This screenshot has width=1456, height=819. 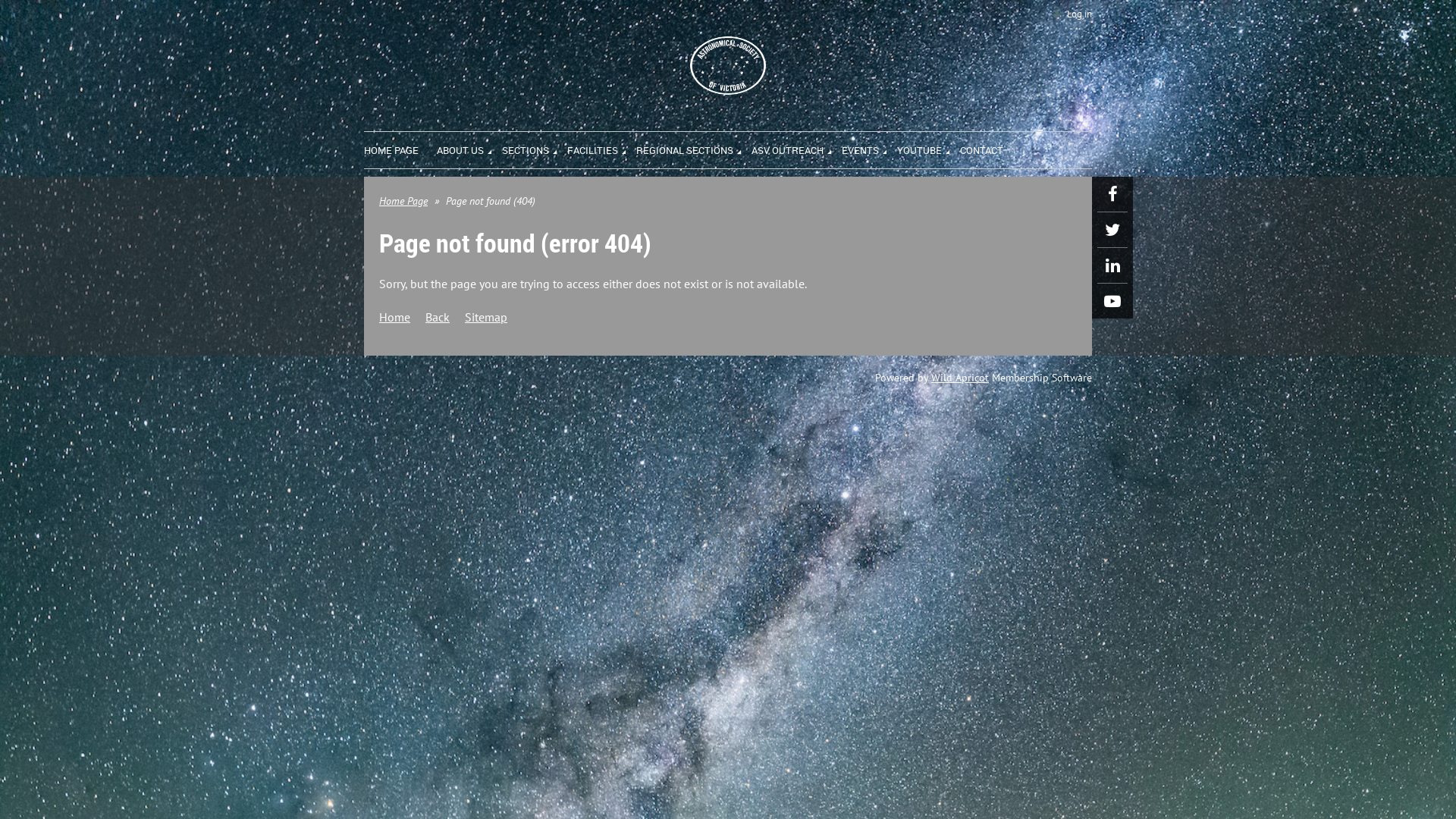 What do you see at coordinates (469, 148) in the screenshot?
I see `'ABOUT US'` at bounding box center [469, 148].